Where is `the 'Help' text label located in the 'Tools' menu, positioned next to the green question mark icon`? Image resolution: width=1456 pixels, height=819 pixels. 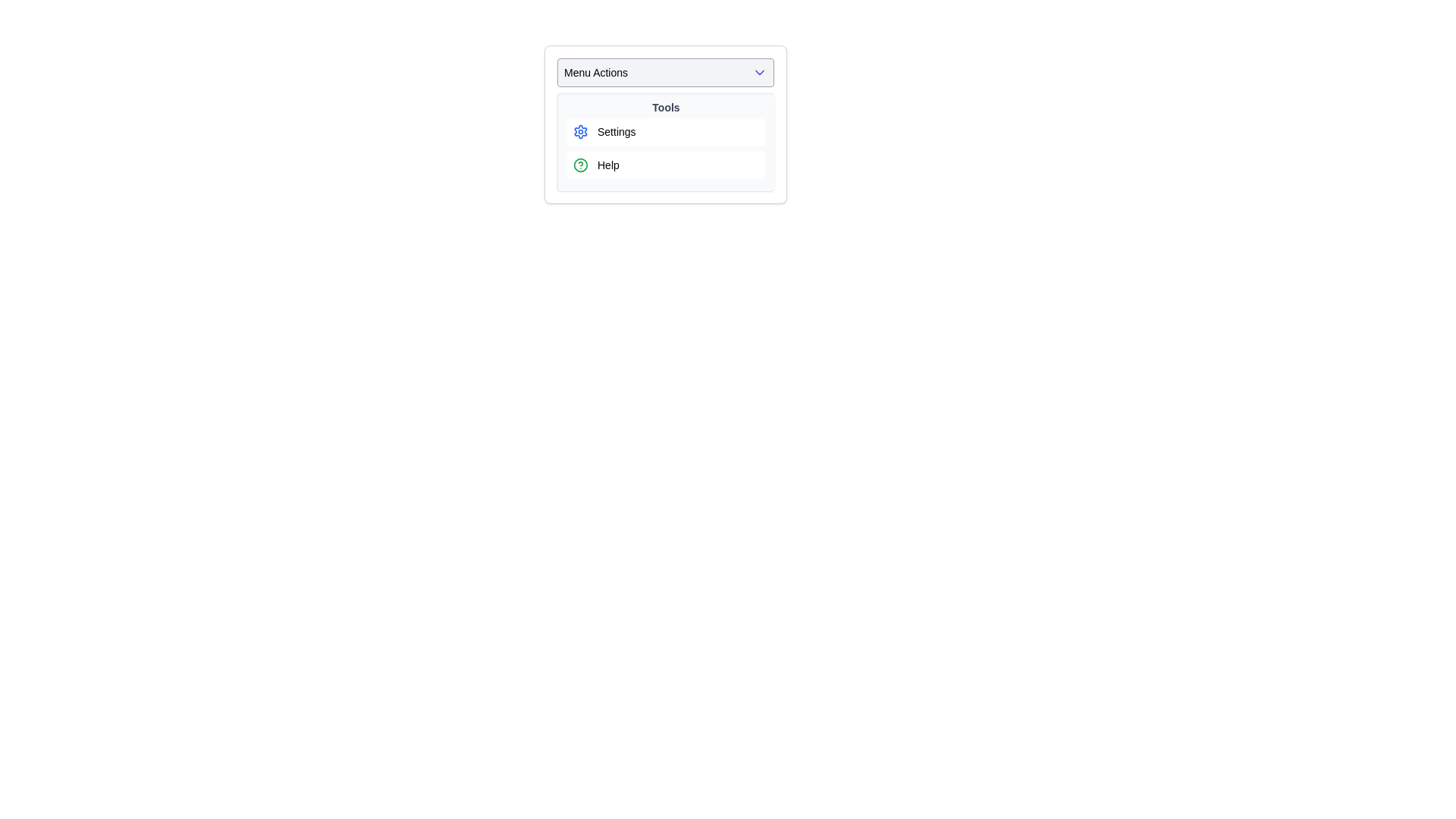 the 'Help' text label located in the 'Tools' menu, positioned next to the green question mark icon is located at coordinates (608, 165).